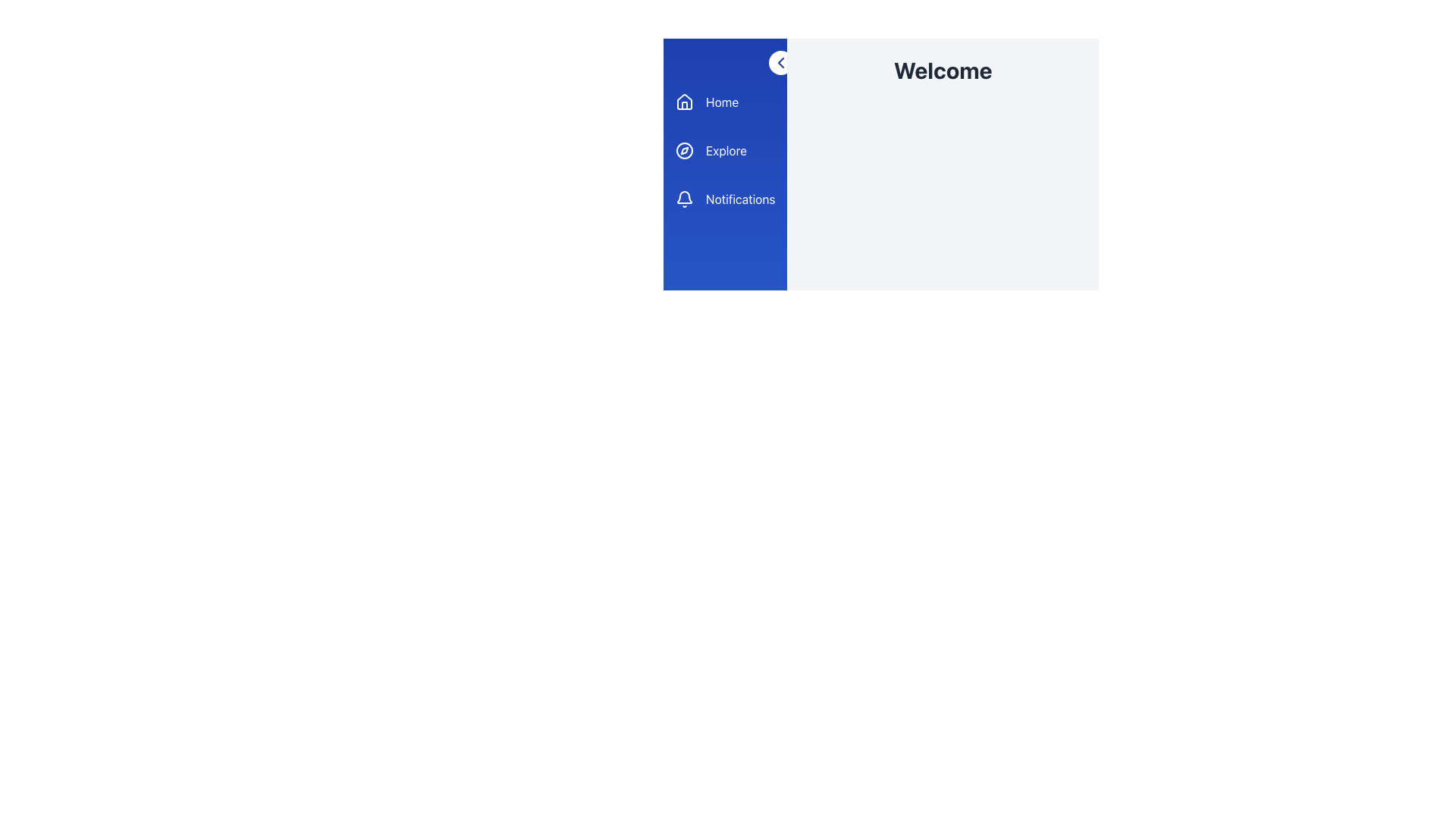 The image size is (1456, 819). I want to click on the individual labels in the Navigation menu, such as 'Home', 'Explore', or 'Notifications', located in the top-left area of the sidebar, so click(724, 125).